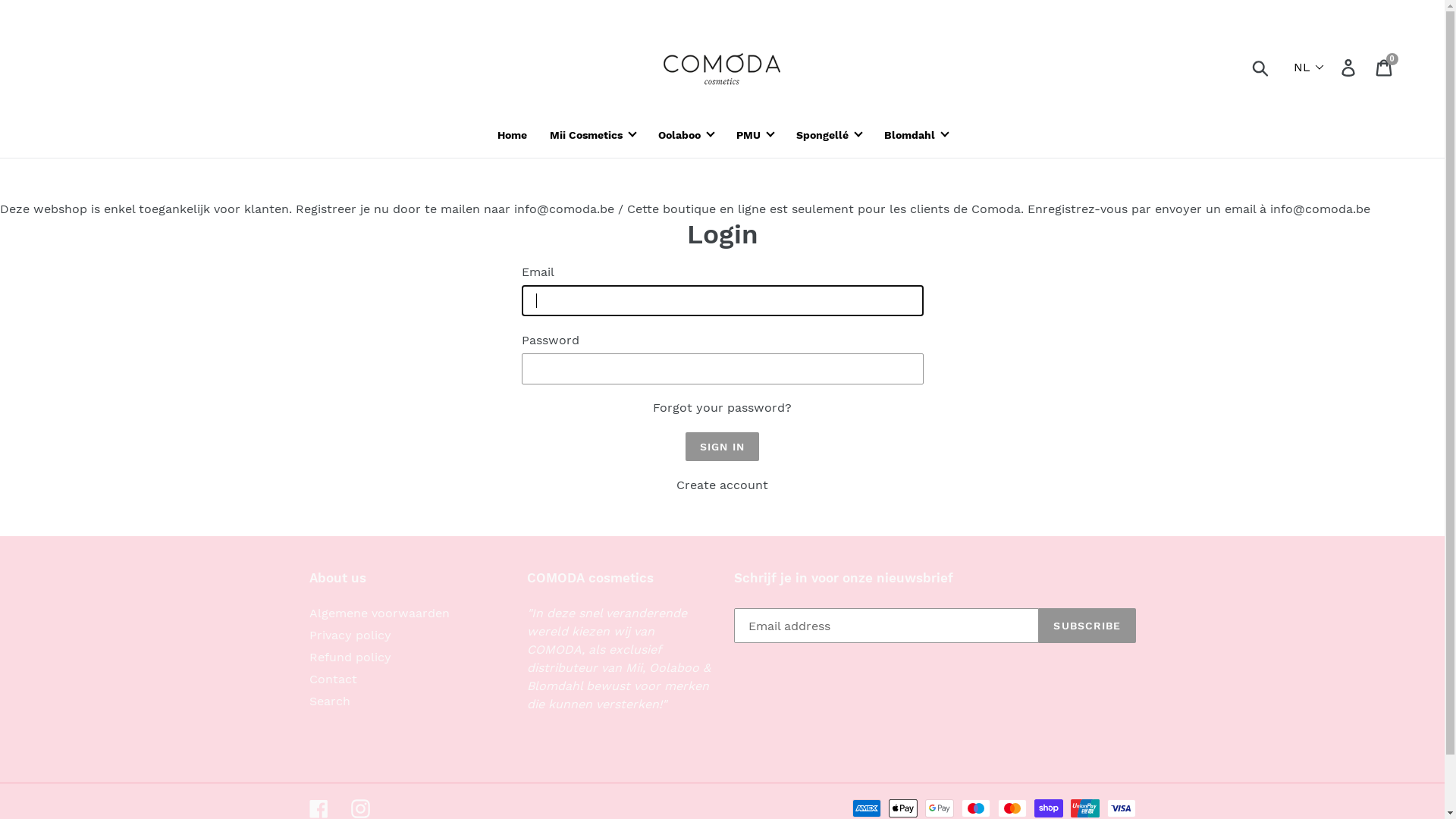 This screenshot has width=1456, height=819. What do you see at coordinates (723, 133) in the screenshot?
I see `'PMU'` at bounding box center [723, 133].